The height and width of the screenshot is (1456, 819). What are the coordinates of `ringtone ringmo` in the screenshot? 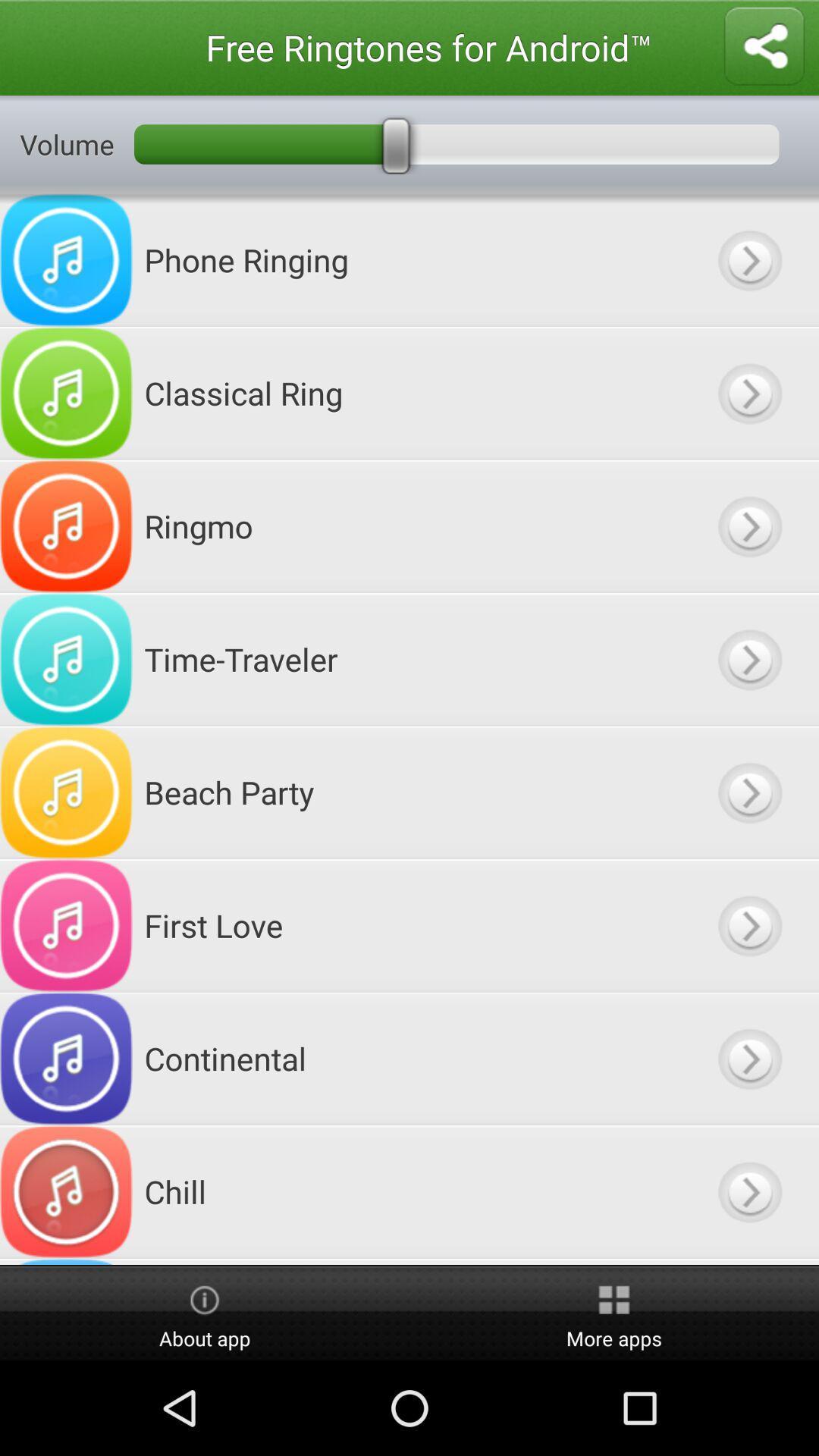 It's located at (748, 526).